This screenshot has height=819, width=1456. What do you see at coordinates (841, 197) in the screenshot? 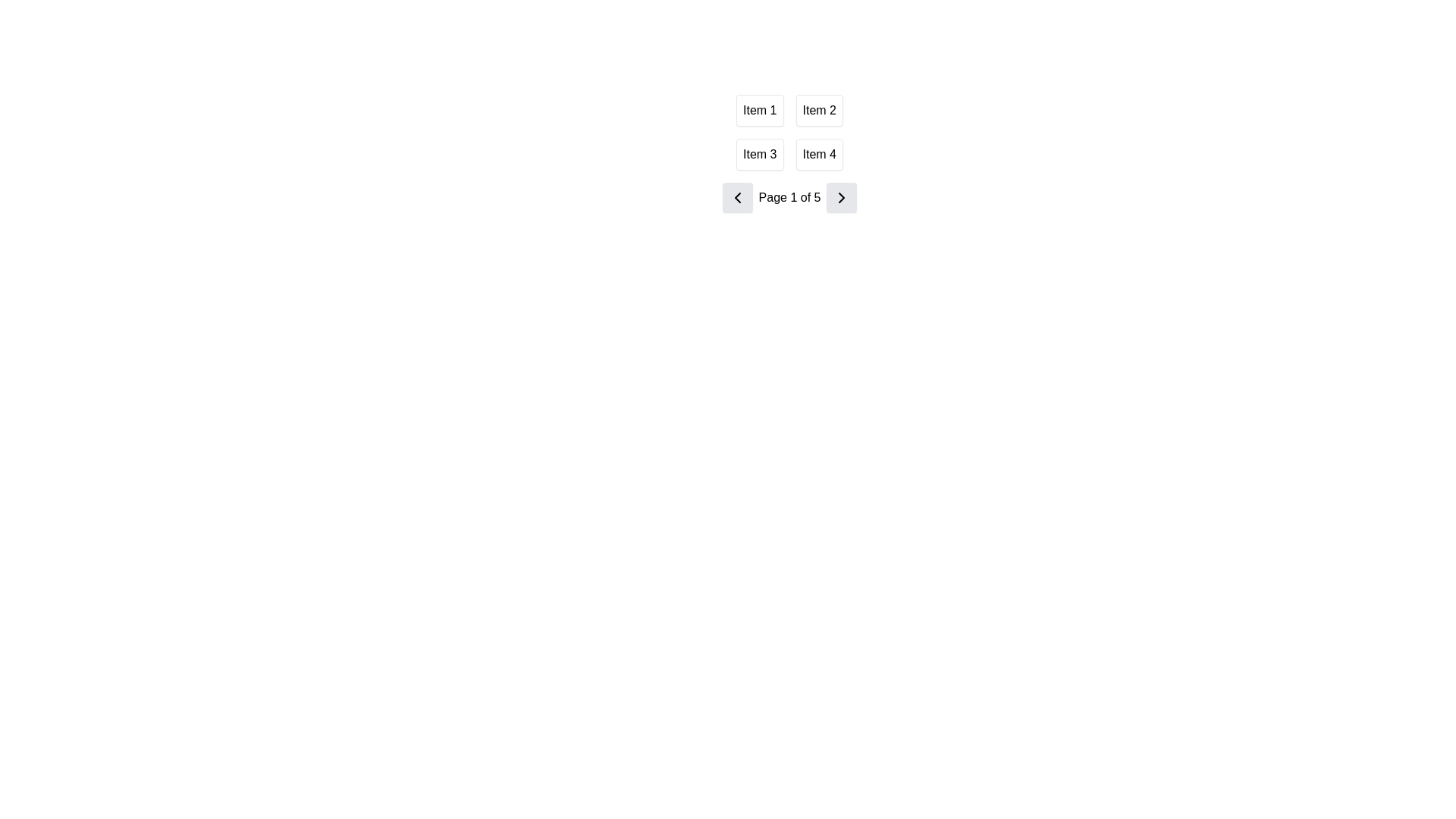
I see `the button located at the far right of the pagination control` at bounding box center [841, 197].